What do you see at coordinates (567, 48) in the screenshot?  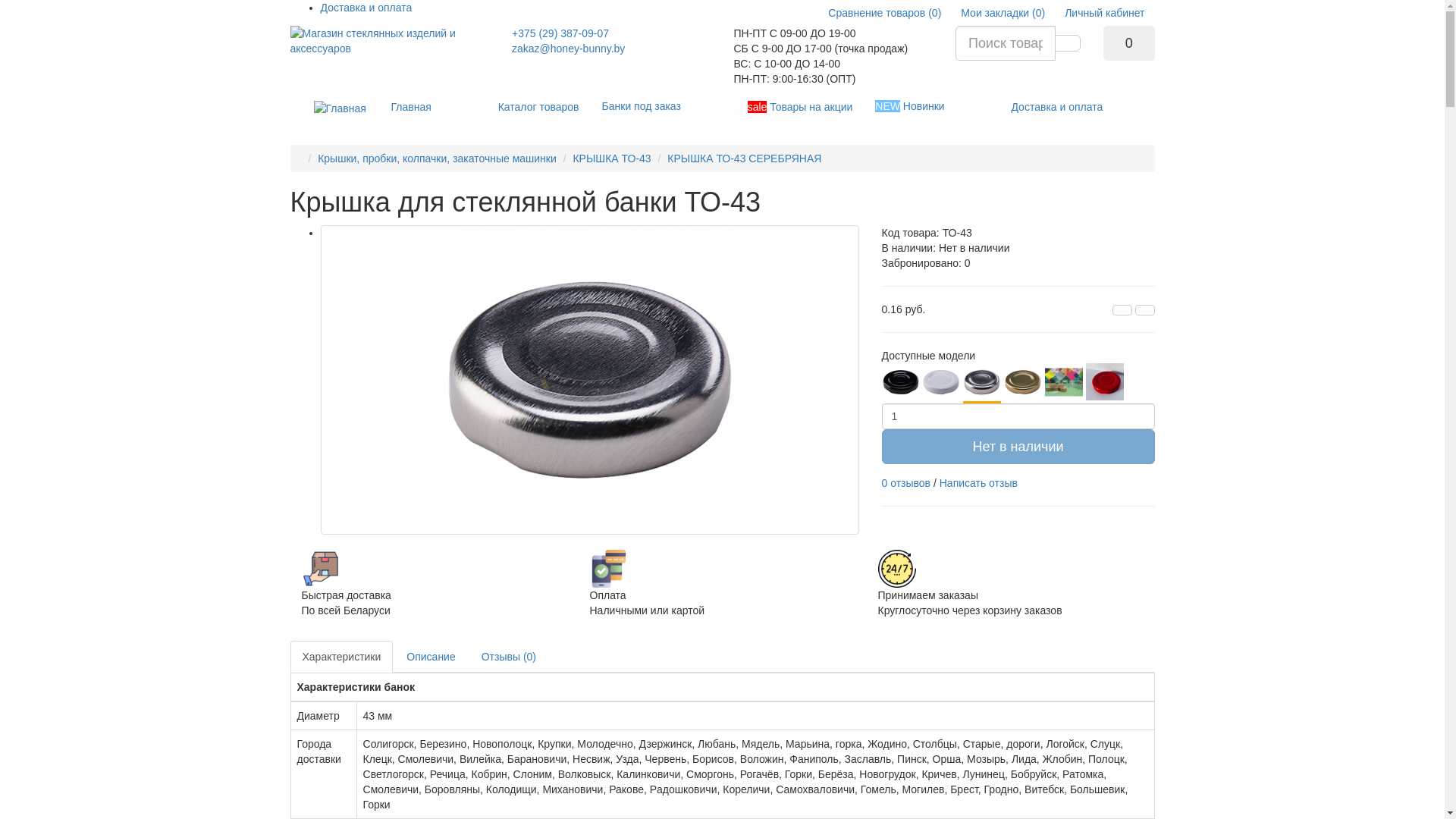 I see `'zakaz@honey-bunny.by'` at bounding box center [567, 48].